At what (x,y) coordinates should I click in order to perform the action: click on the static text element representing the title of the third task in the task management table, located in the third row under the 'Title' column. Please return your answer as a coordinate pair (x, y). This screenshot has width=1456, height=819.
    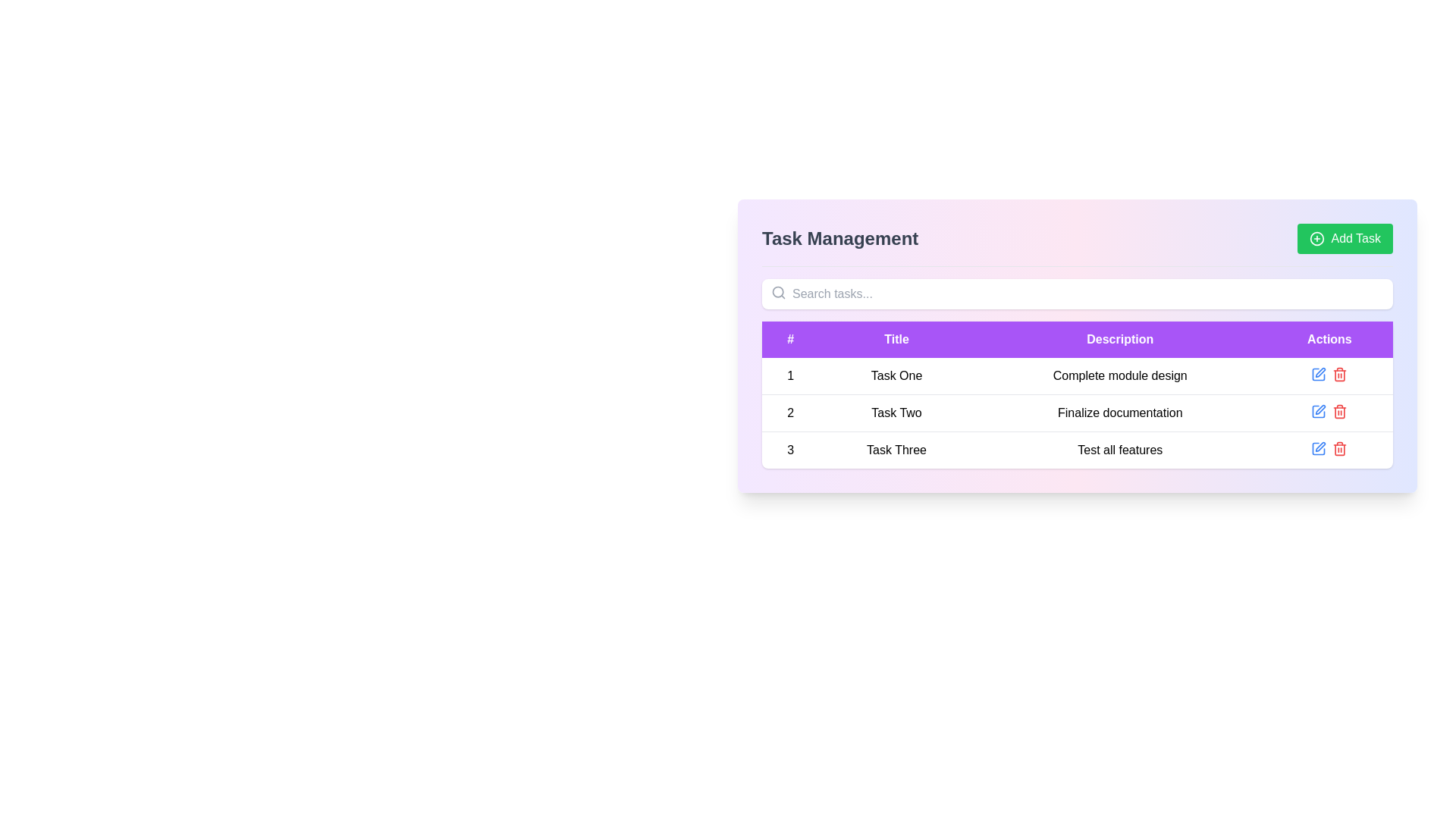
    Looking at the image, I should click on (896, 449).